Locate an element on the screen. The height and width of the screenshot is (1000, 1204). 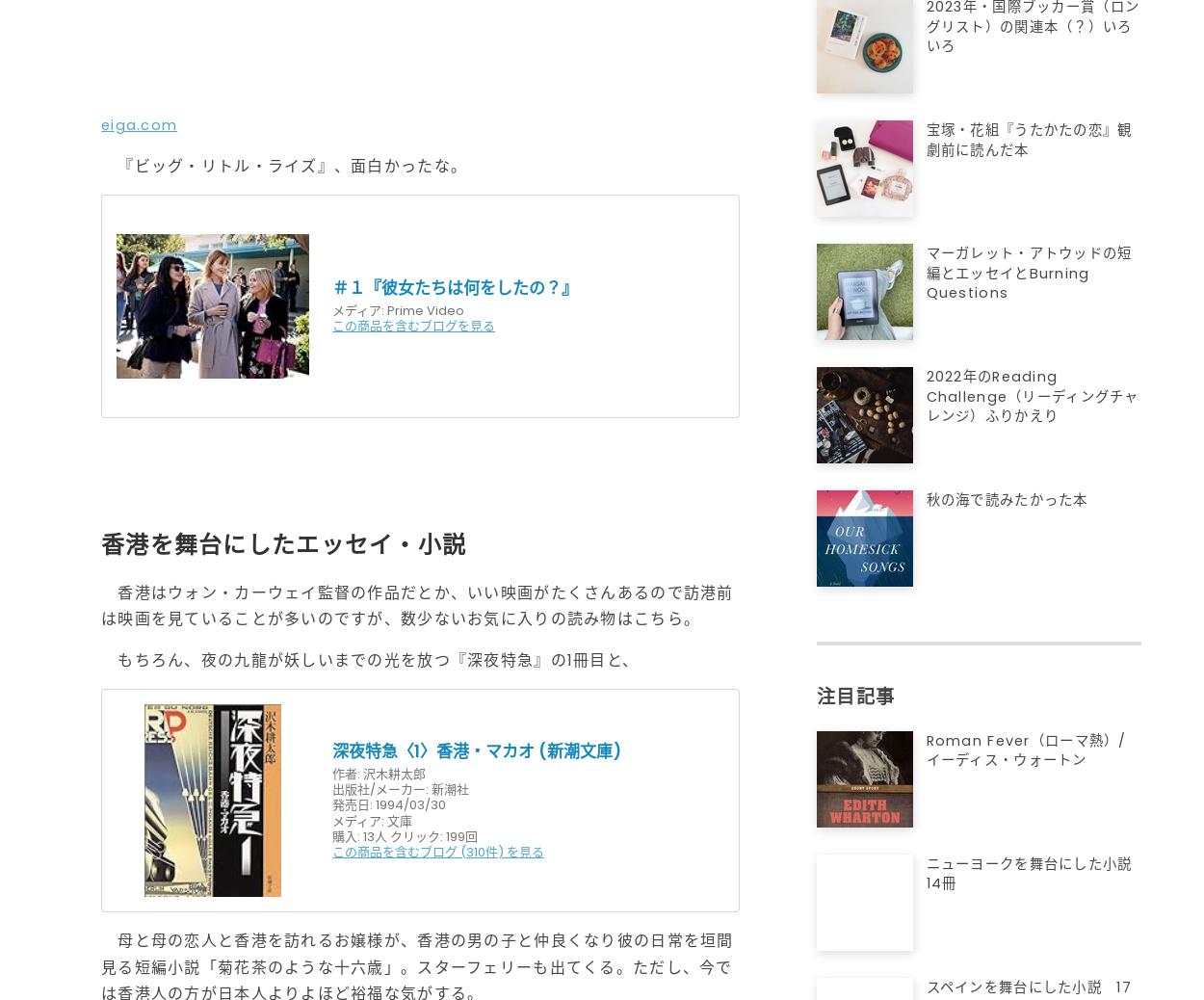
'eiga.com' is located at coordinates (139, 123).